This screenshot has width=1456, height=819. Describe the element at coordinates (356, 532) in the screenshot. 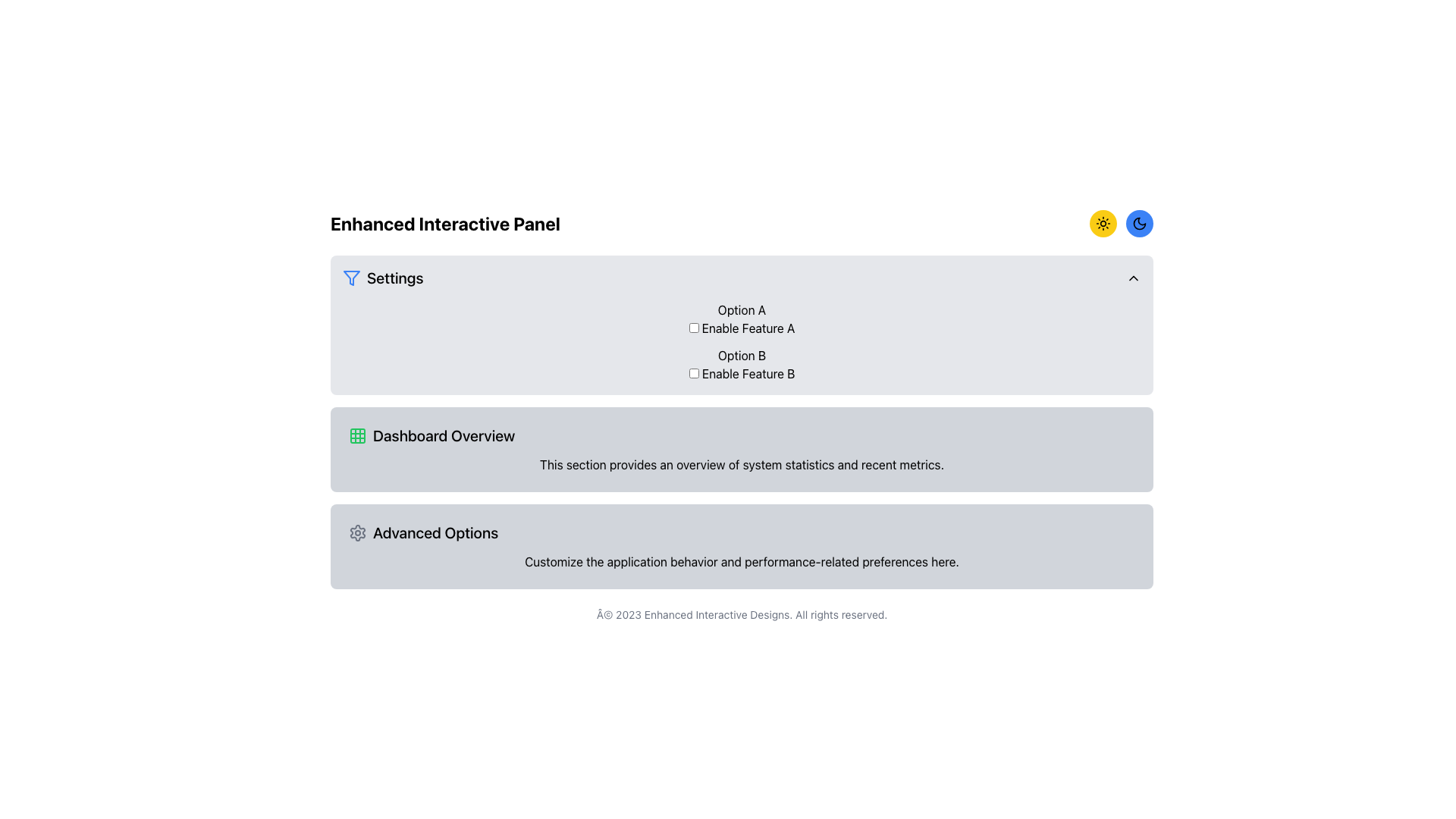

I see `the cog-shaped icon representing settings, located in the top-right corner of the interface` at that location.